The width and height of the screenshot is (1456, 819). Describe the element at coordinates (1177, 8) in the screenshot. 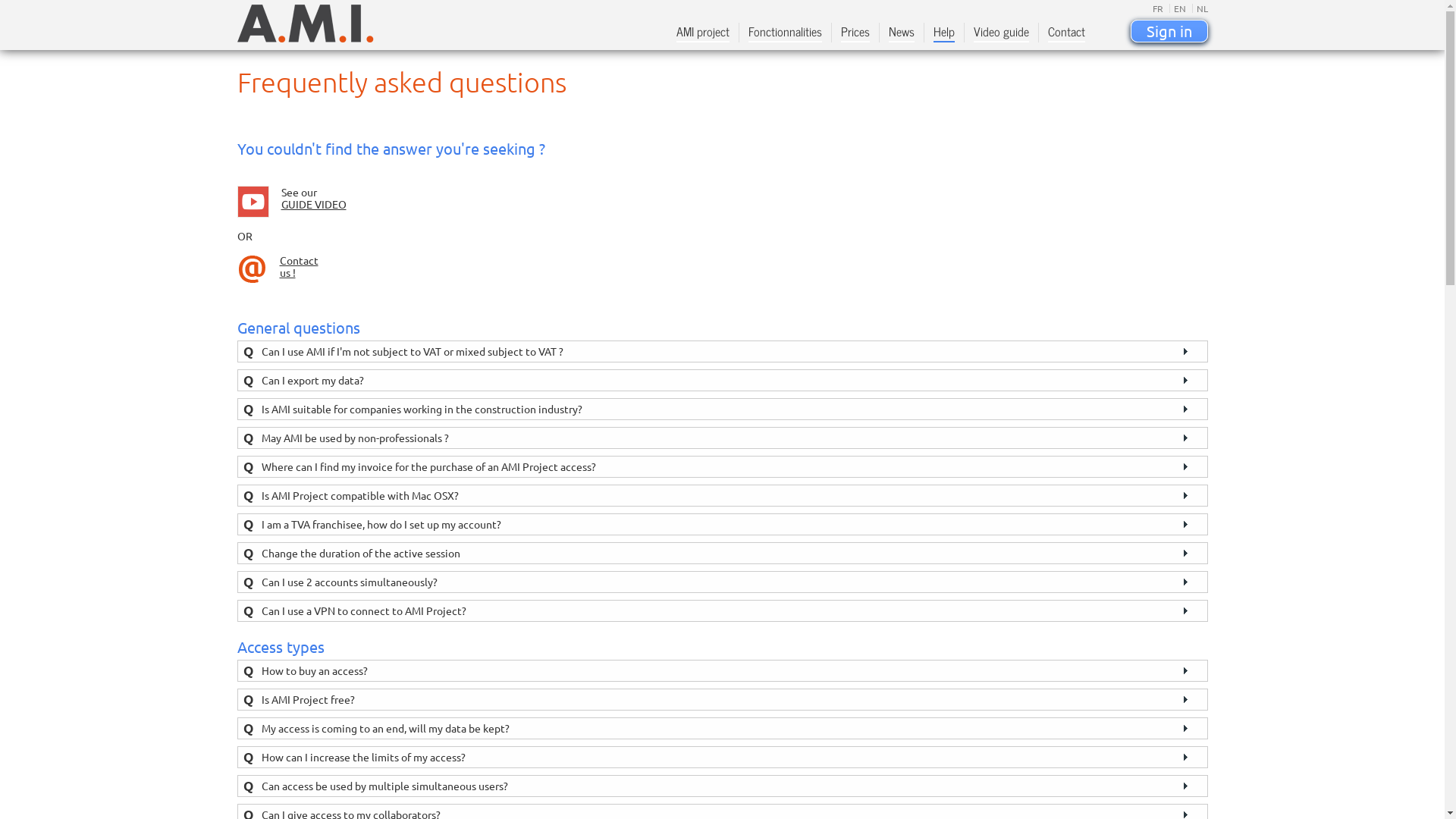

I see `'EN'` at that location.